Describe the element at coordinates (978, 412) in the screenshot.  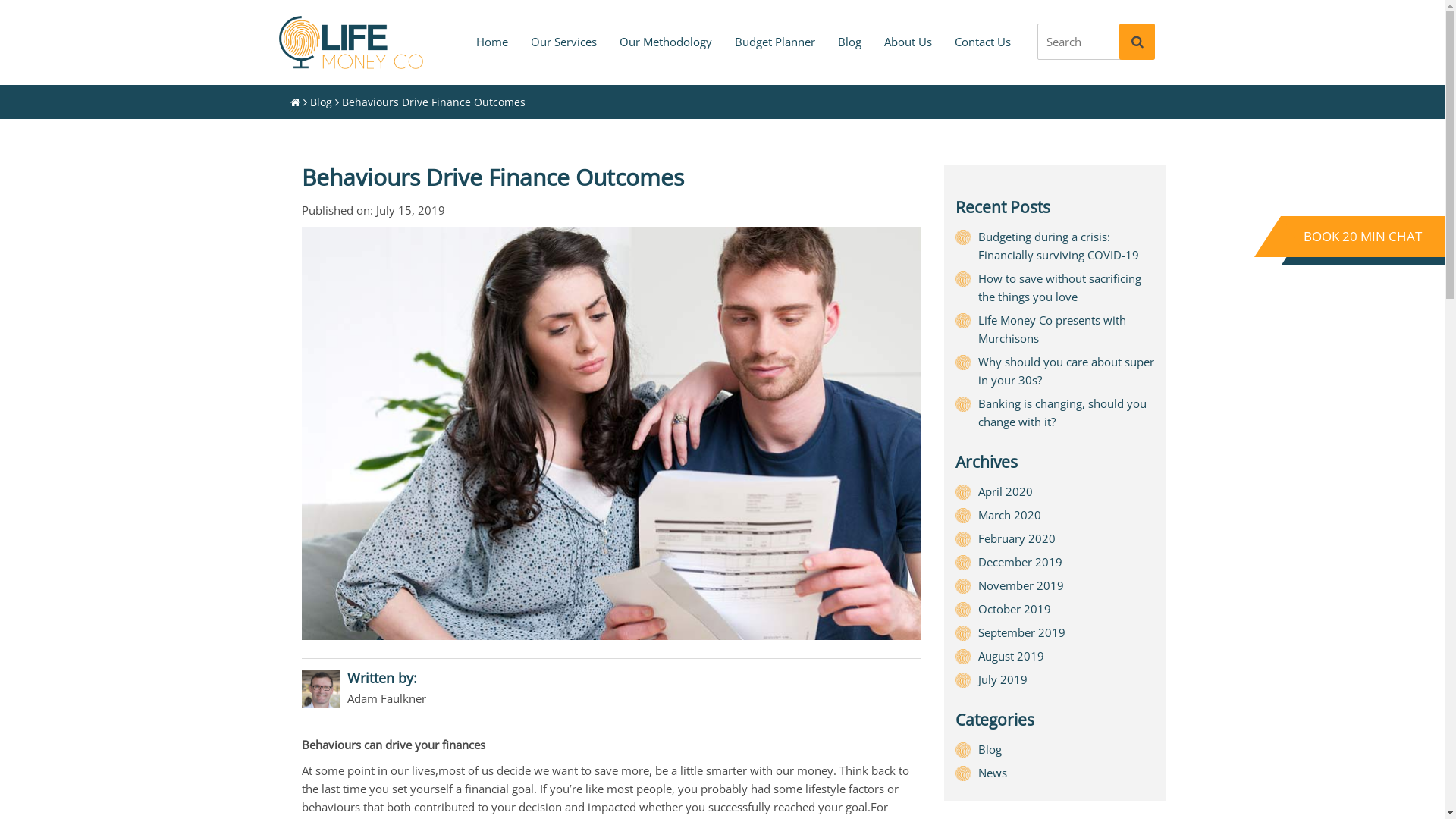
I see `'Banking is changing, should you change with it?'` at that location.